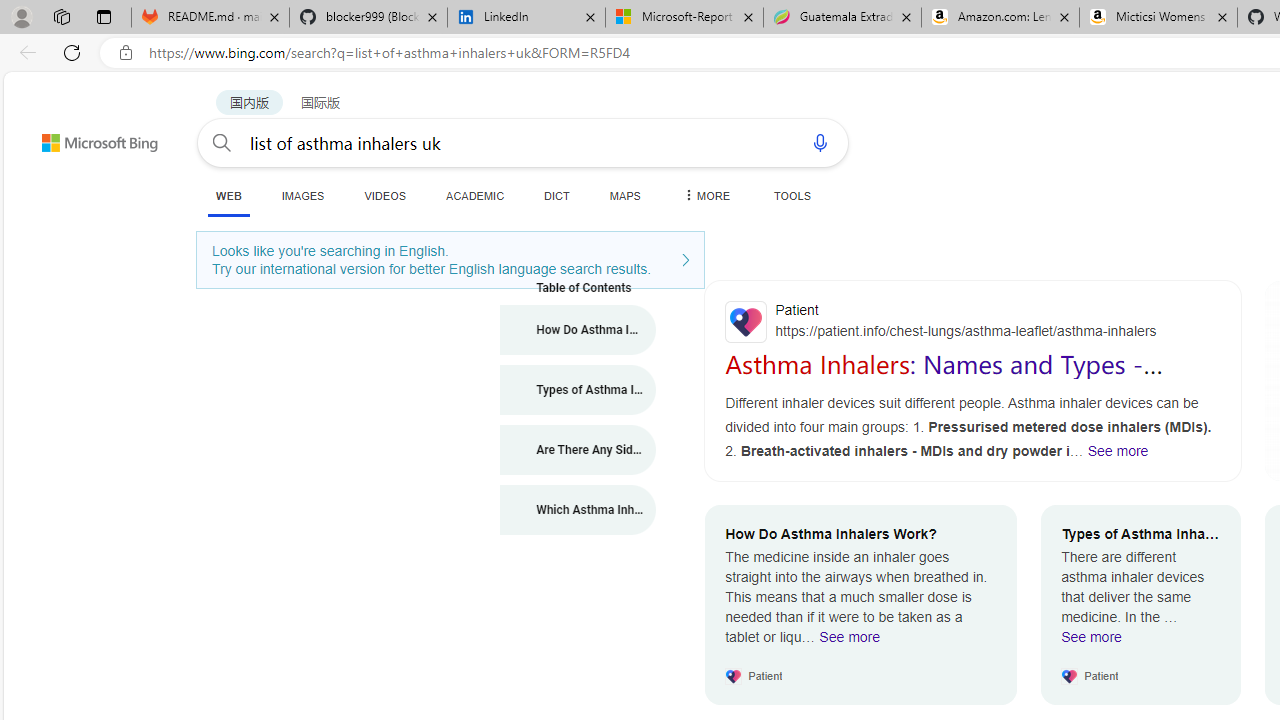  What do you see at coordinates (557, 195) in the screenshot?
I see `'DICT'` at bounding box center [557, 195].